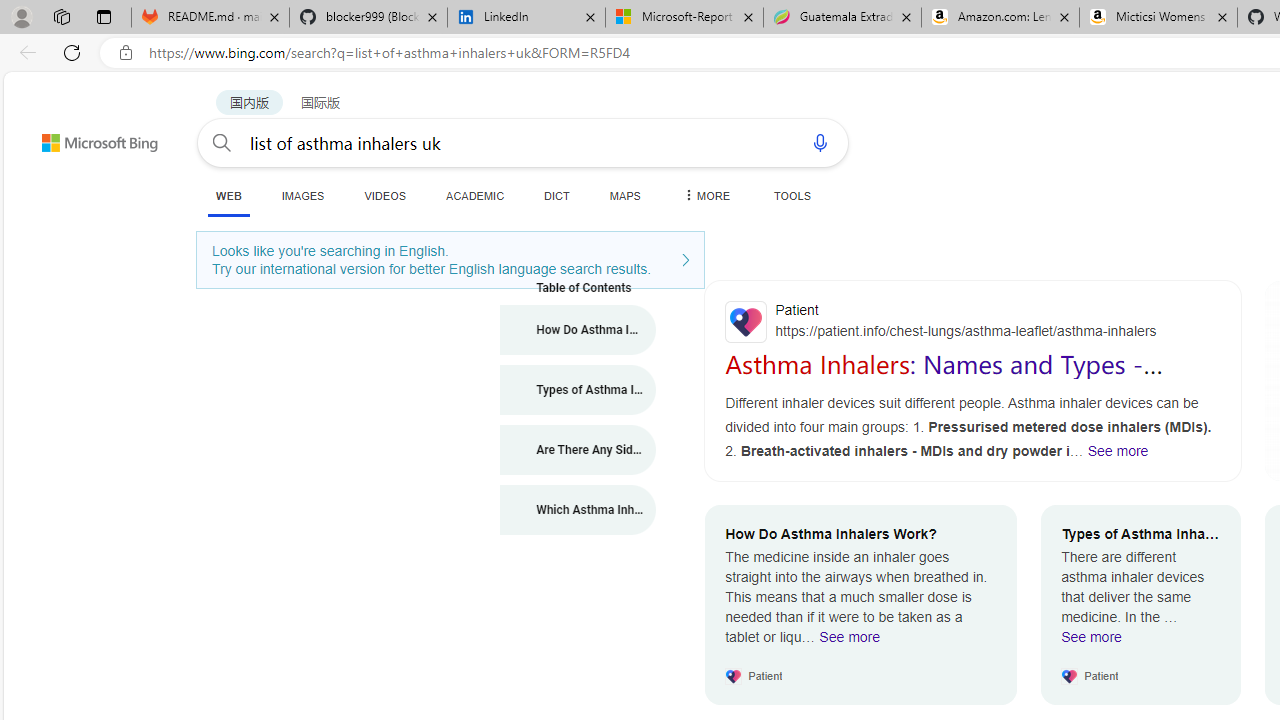  What do you see at coordinates (557, 195) in the screenshot?
I see `'DICT'` at bounding box center [557, 195].